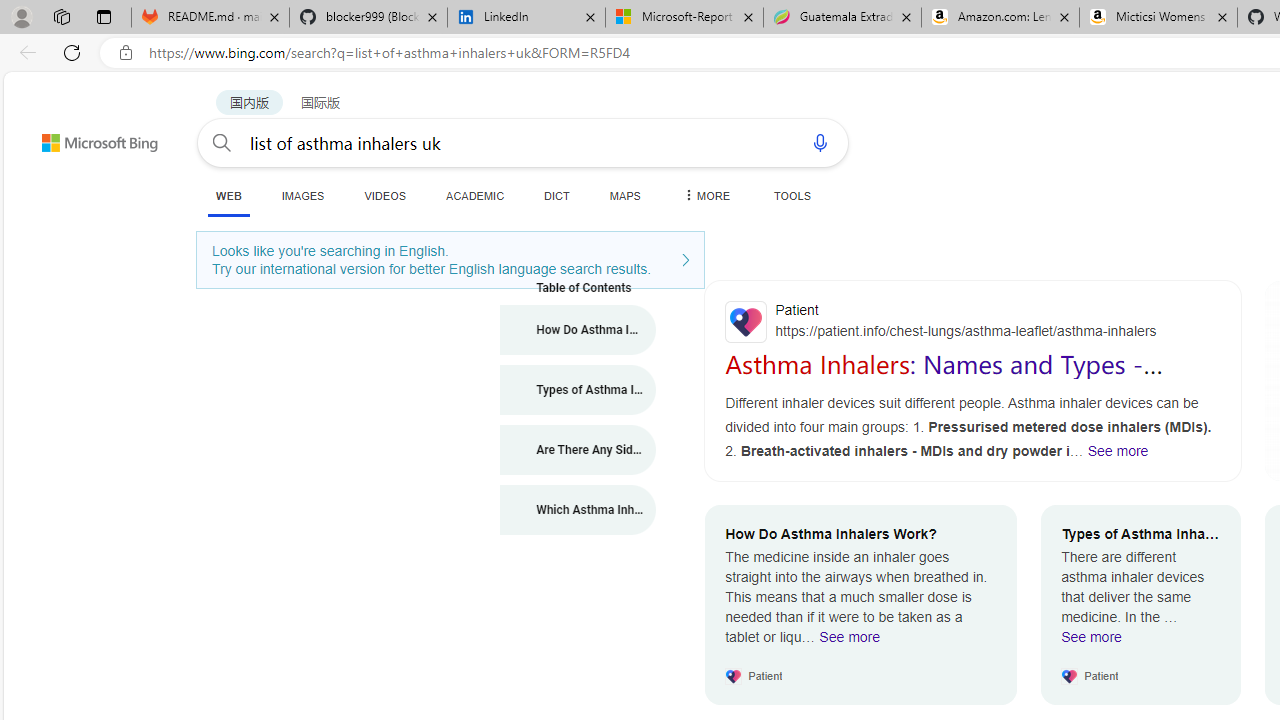  What do you see at coordinates (557, 195) in the screenshot?
I see `'DICT'` at bounding box center [557, 195].